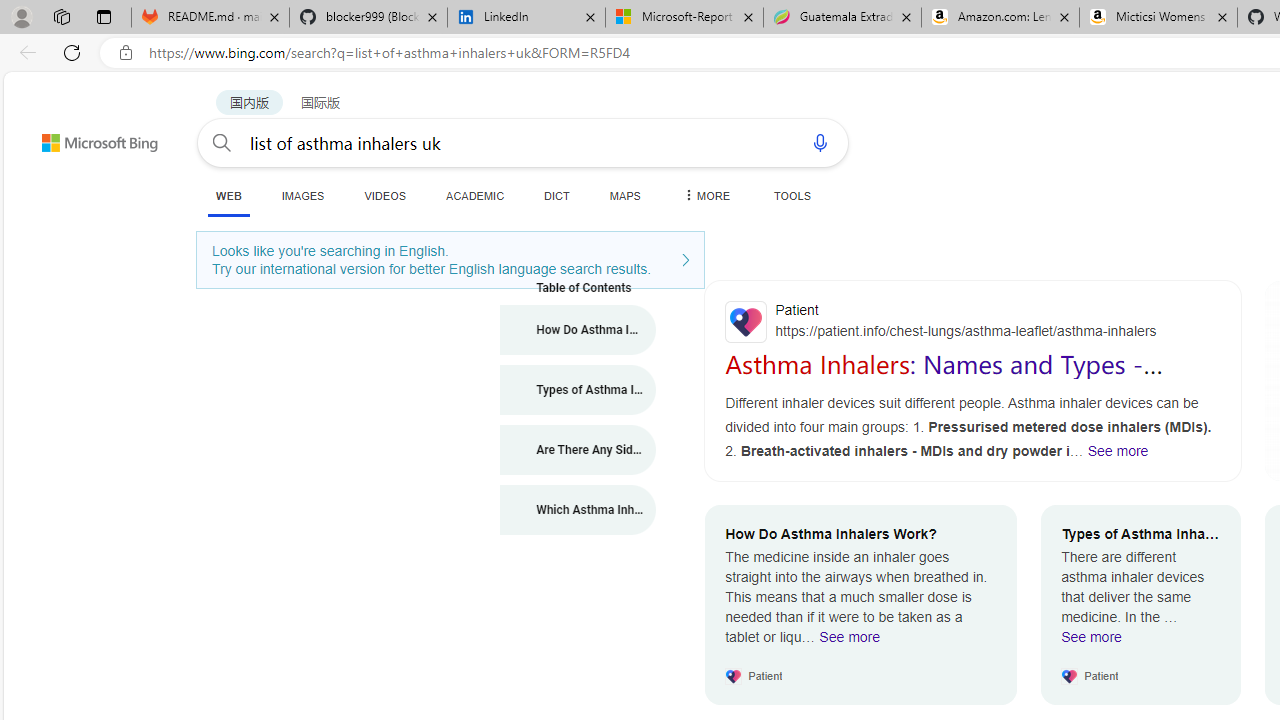  What do you see at coordinates (557, 195) in the screenshot?
I see `'DICT'` at bounding box center [557, 195].